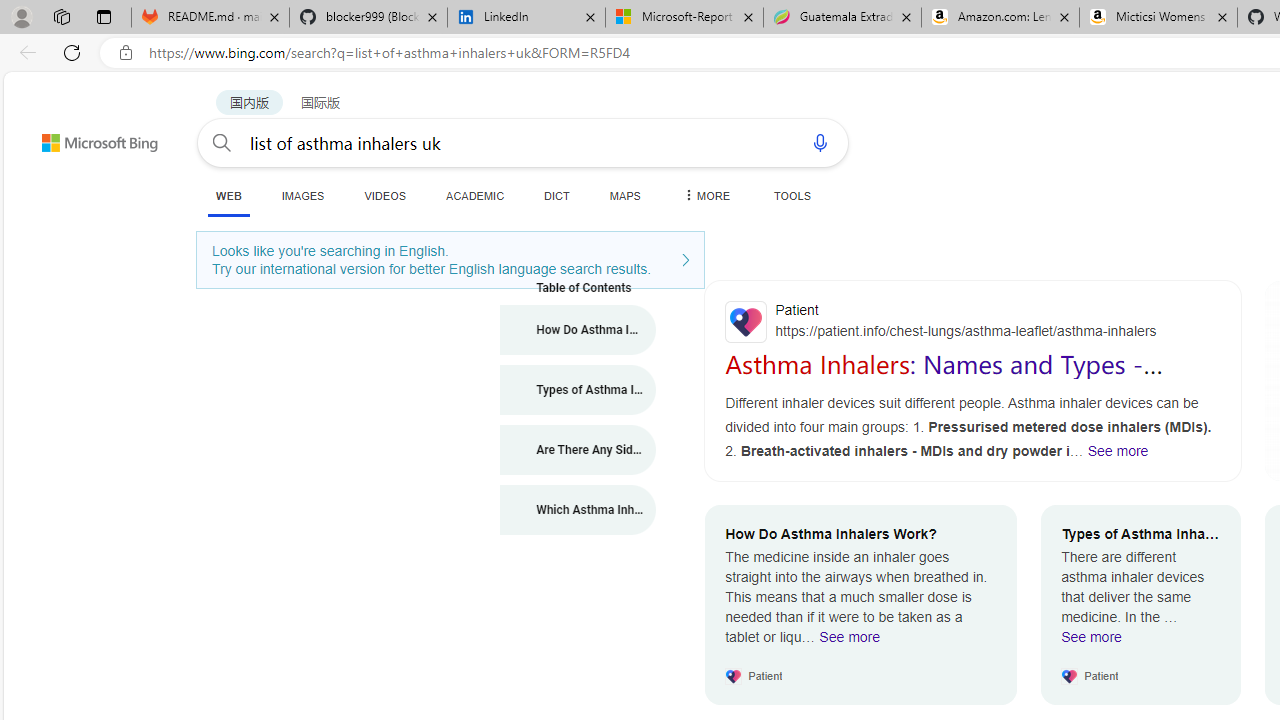  What do you see at coordinates (557, 195) in the screenshot?
I see `'DICT'` at bounding box center [557, 195].